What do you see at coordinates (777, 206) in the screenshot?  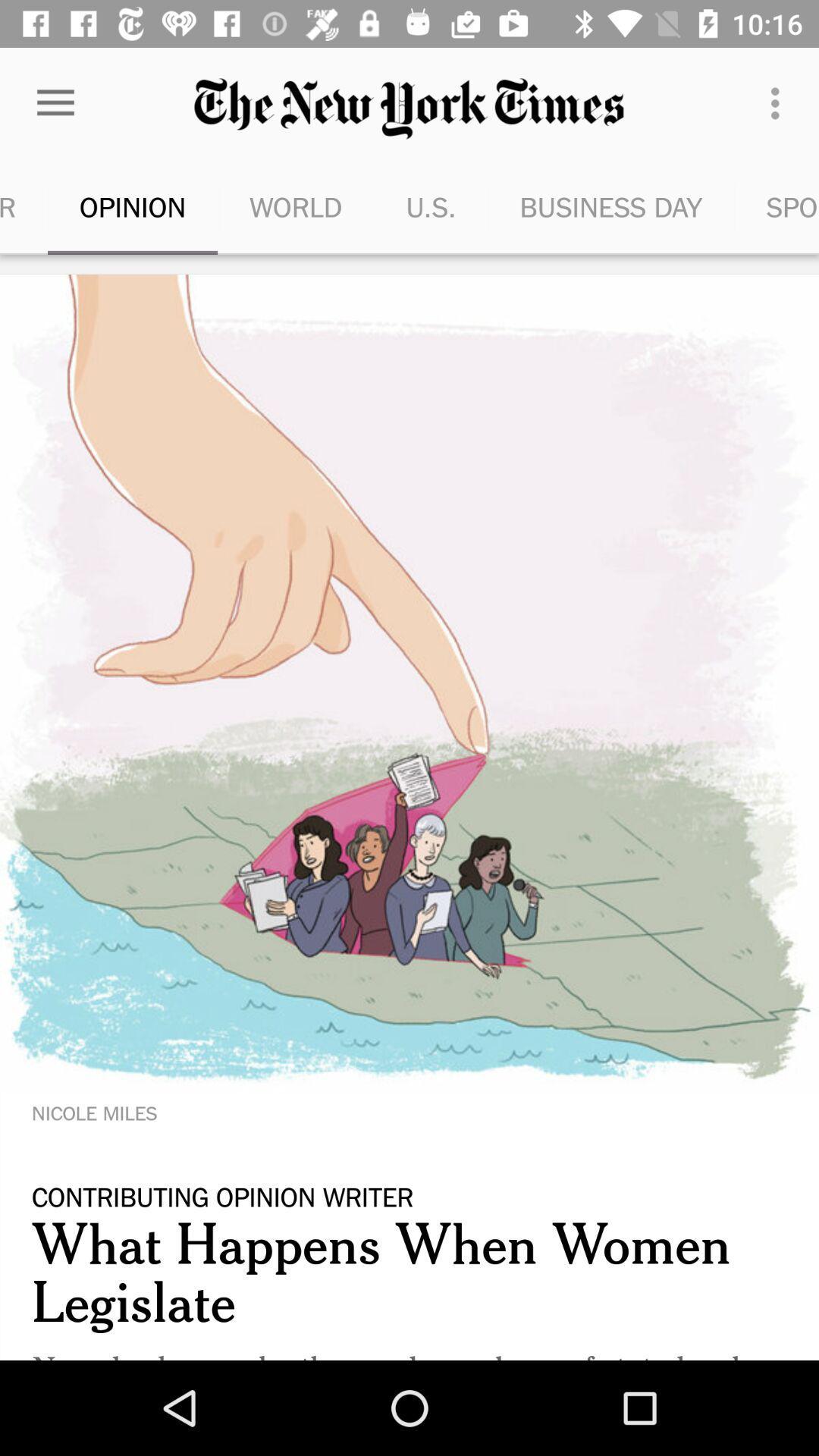 I see `the item next to business day` at bounding box center [777, 206].